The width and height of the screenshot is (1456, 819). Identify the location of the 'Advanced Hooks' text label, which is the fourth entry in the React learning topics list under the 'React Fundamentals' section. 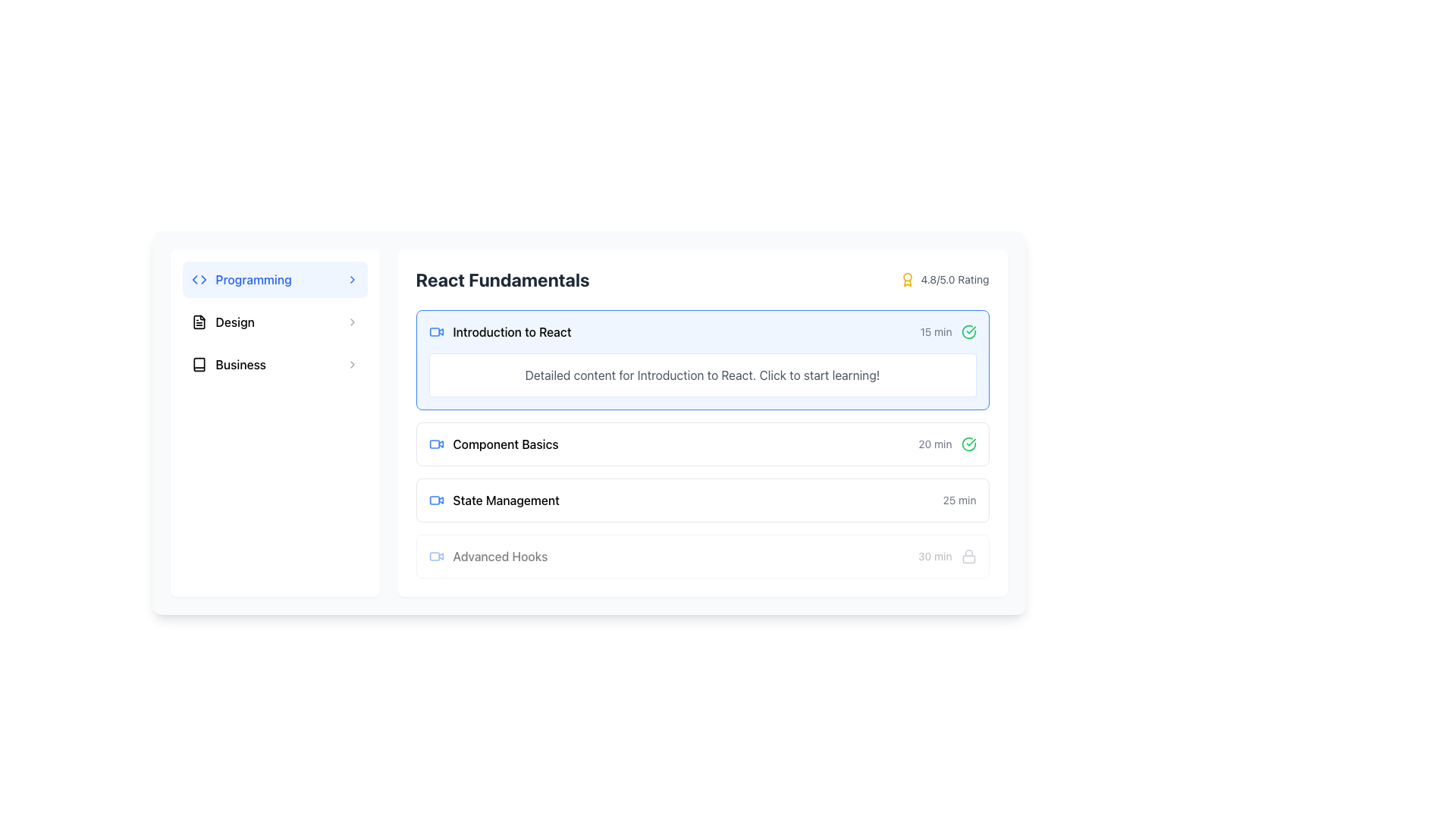
(500, 556).